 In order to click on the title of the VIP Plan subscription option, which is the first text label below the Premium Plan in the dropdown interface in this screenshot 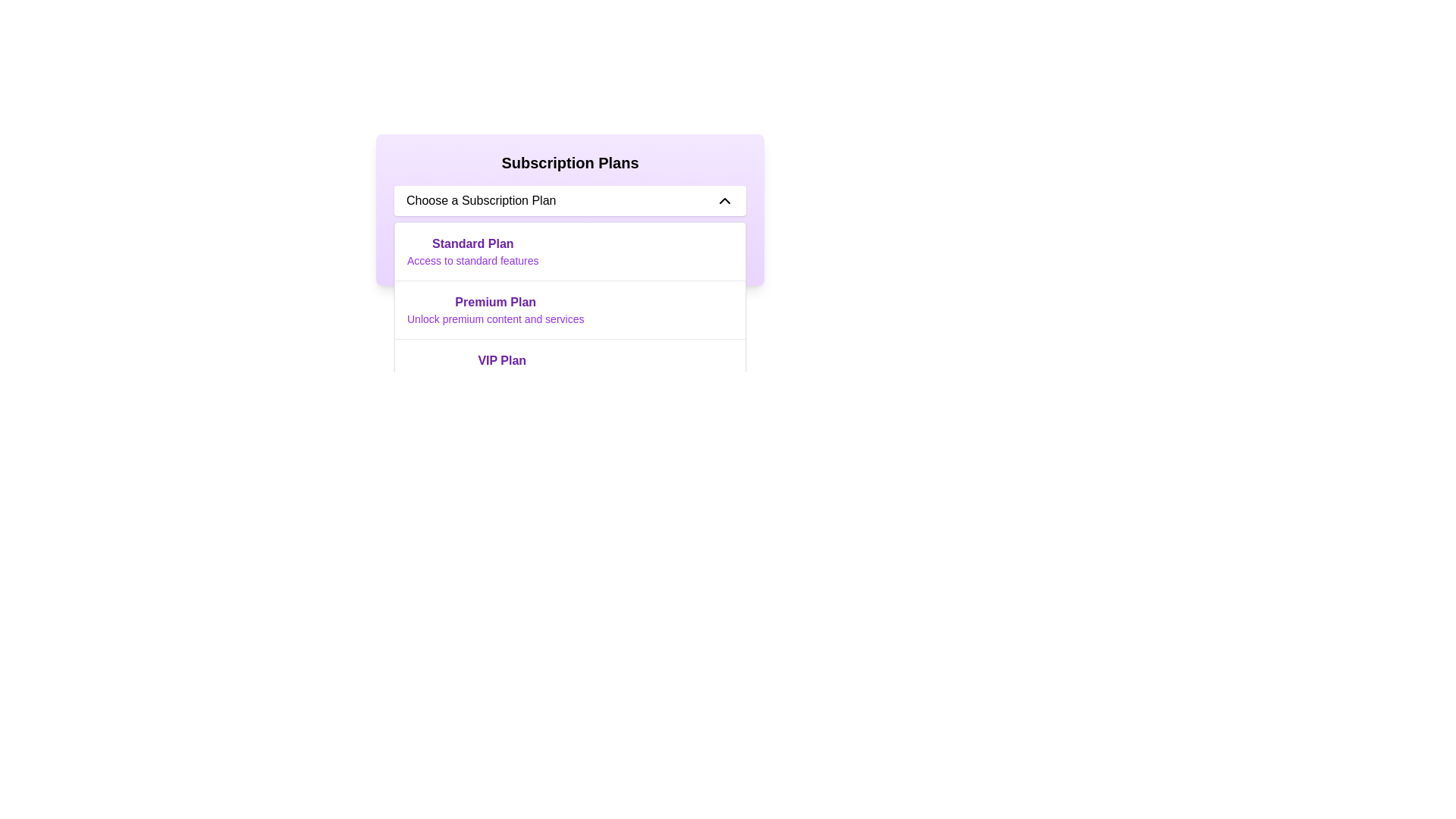, I will do `click(502, 360)`.